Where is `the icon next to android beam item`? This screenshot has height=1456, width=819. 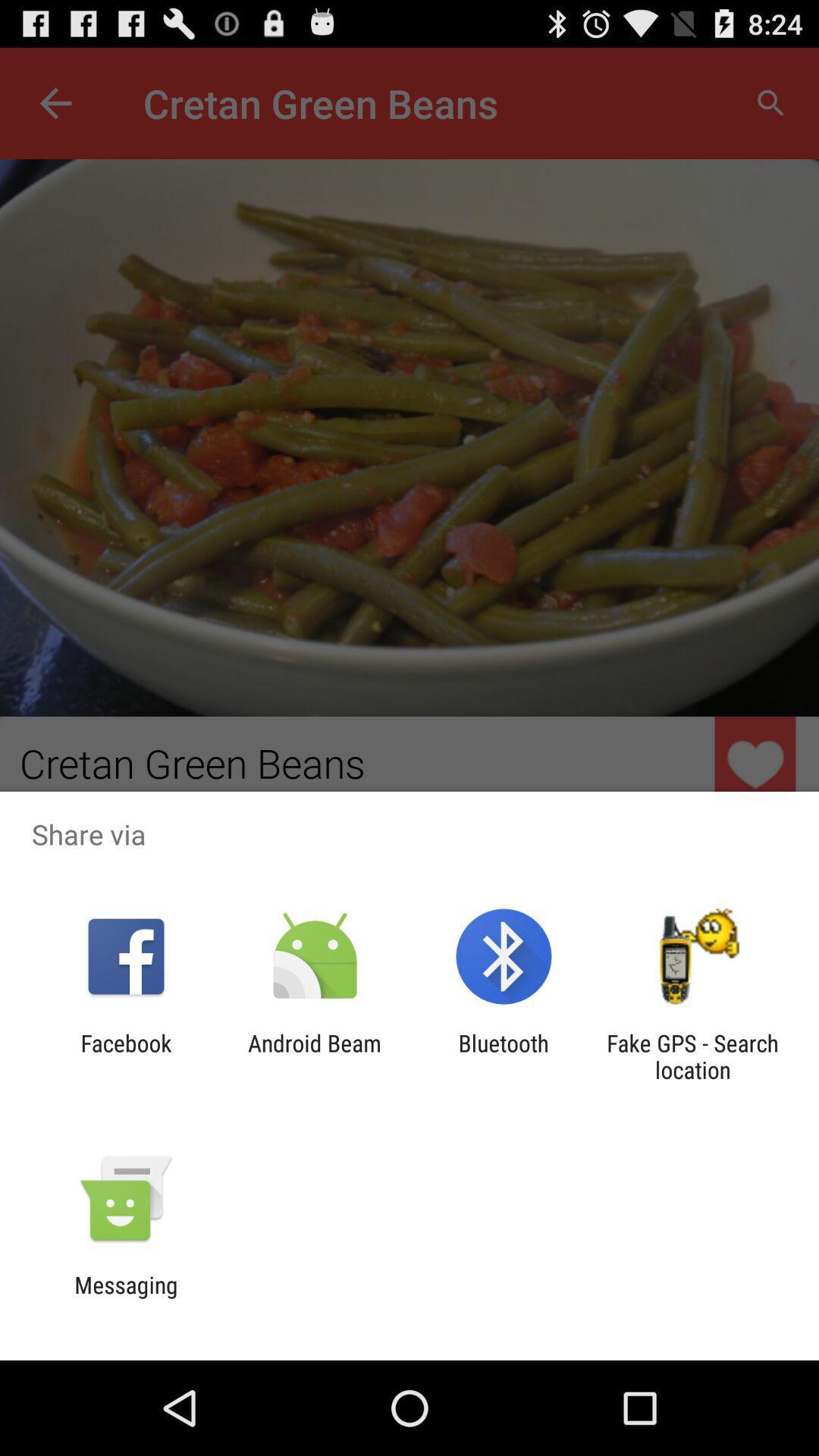
the icon next to android beam item is located at coordinates (125, 1056).